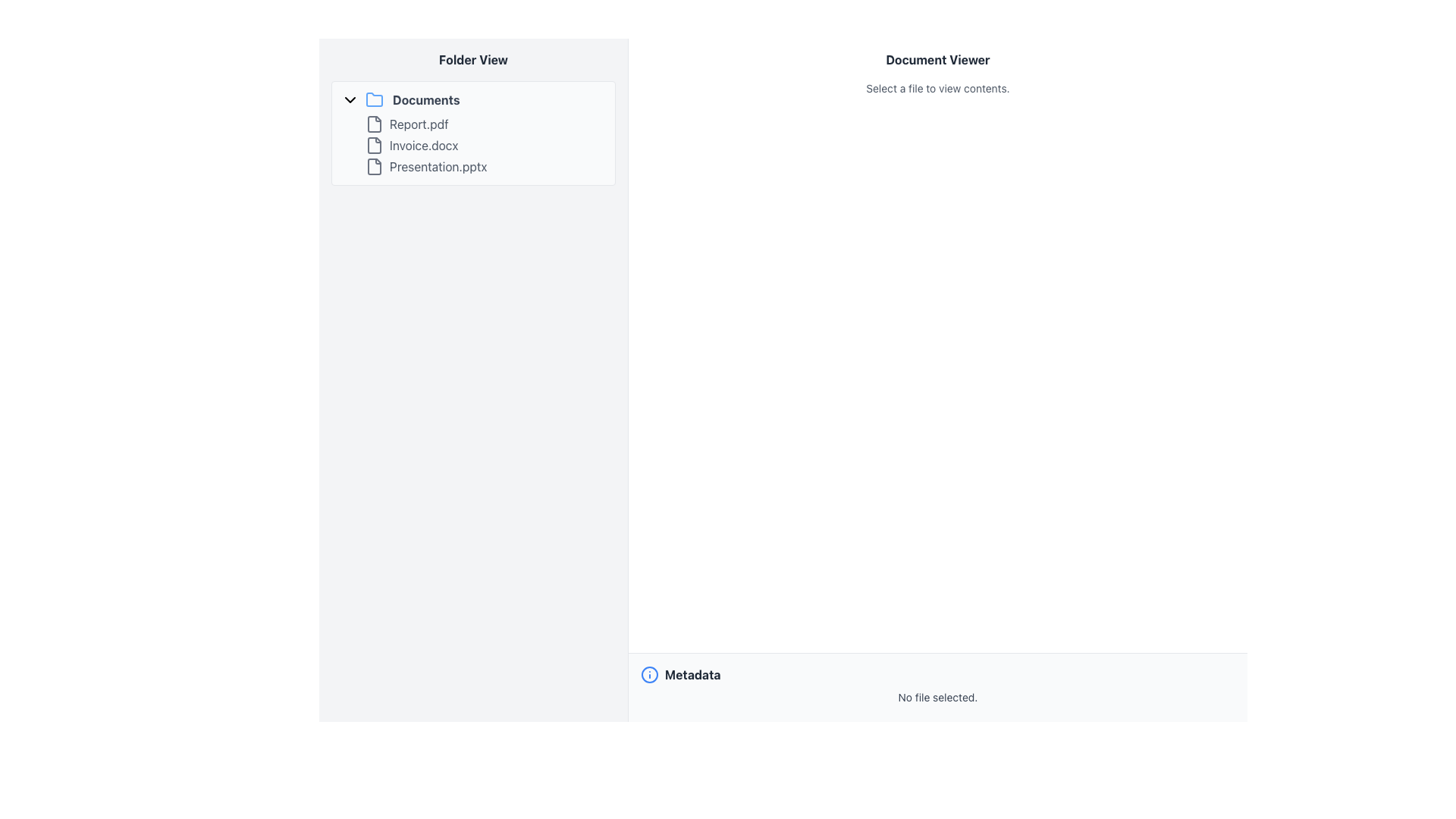 The width and height of the screenshot is (1456, 819). Describe the element at coordinates (375, 166) in the screenshot. I see `the small gray file icon with a folded corner located to the left of the 'Presentation.pptx' text in the left panel under 'Folder View'` at that location.